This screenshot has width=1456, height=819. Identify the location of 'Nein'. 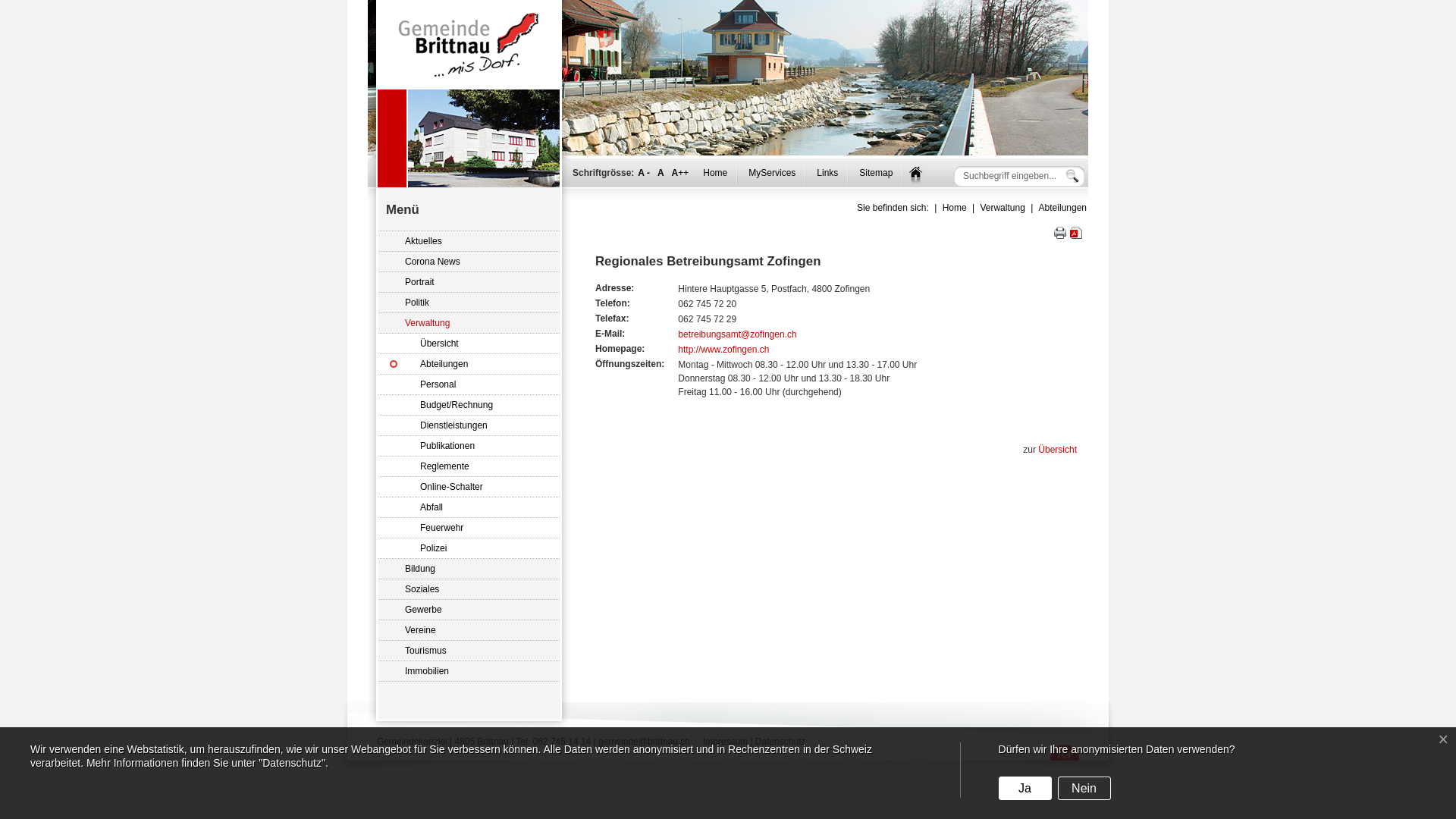
(1084, 787).